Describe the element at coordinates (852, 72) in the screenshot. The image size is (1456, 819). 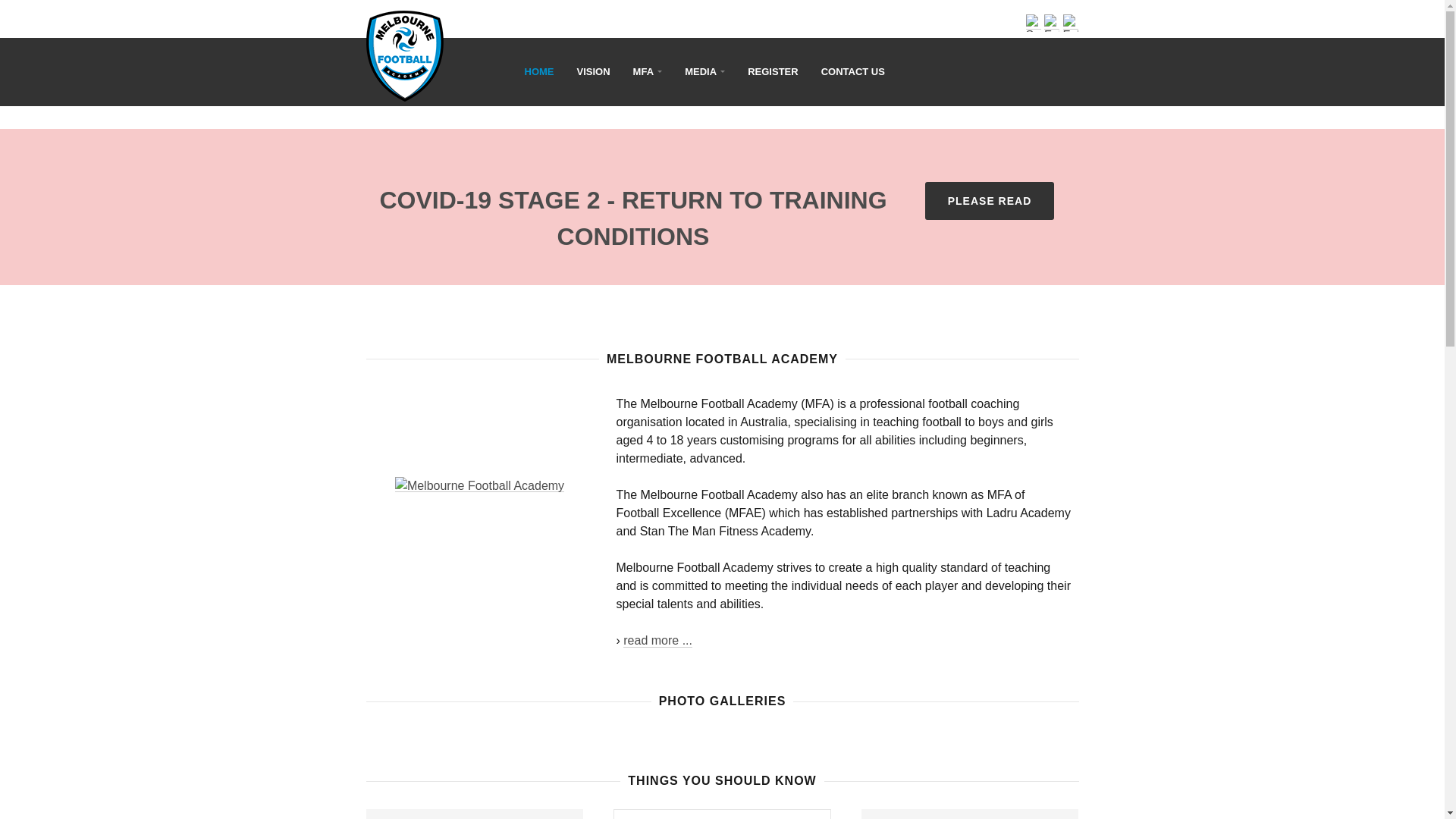
I see `'CONTACT US'` at that location.